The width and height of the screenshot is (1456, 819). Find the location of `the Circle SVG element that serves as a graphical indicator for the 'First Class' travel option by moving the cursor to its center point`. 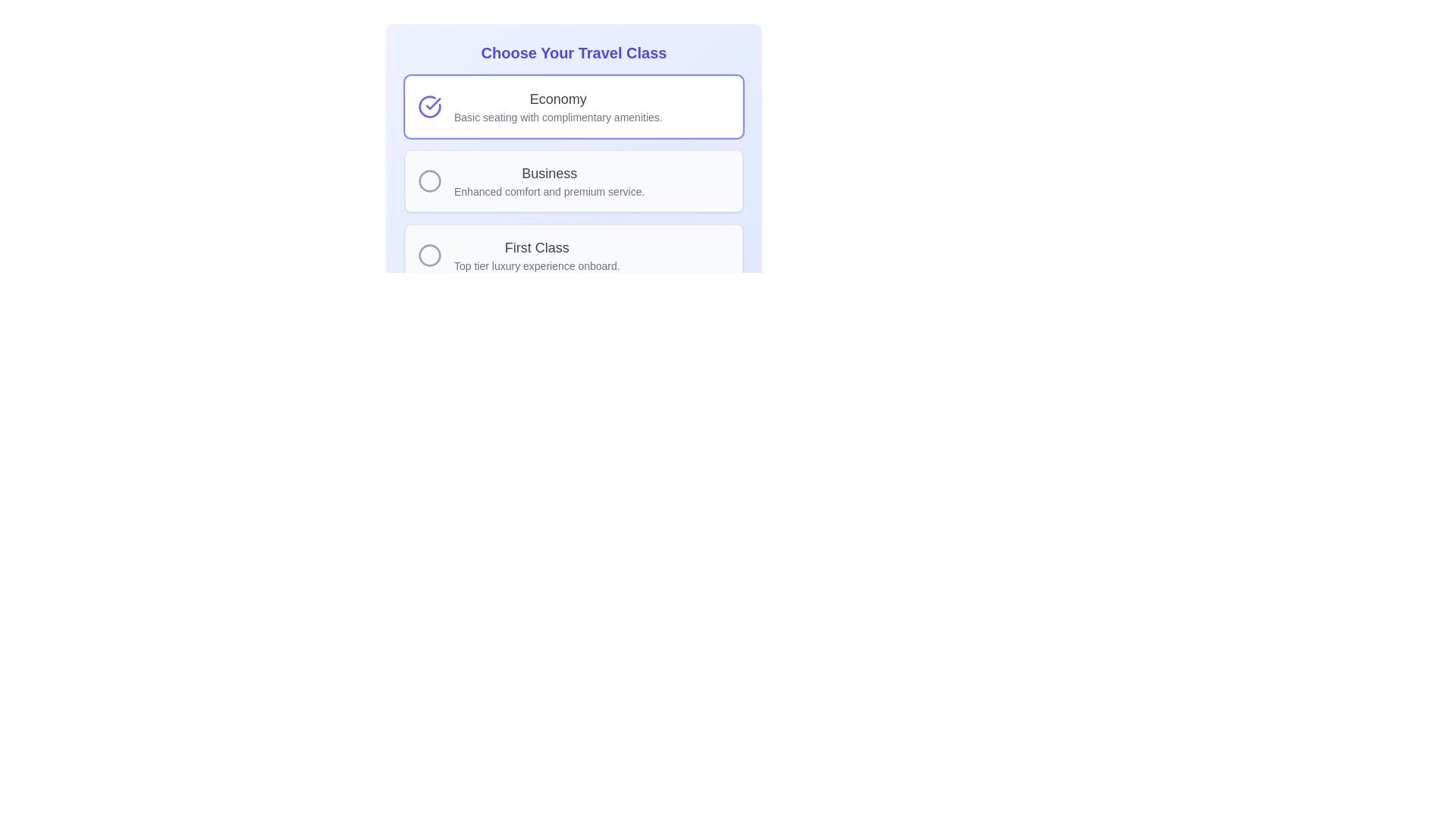

the Circle SVG element that serves as a graphical indicator for the 'First Class' travel option by moving the cursor to its center point is located at coordinates (428, 254).